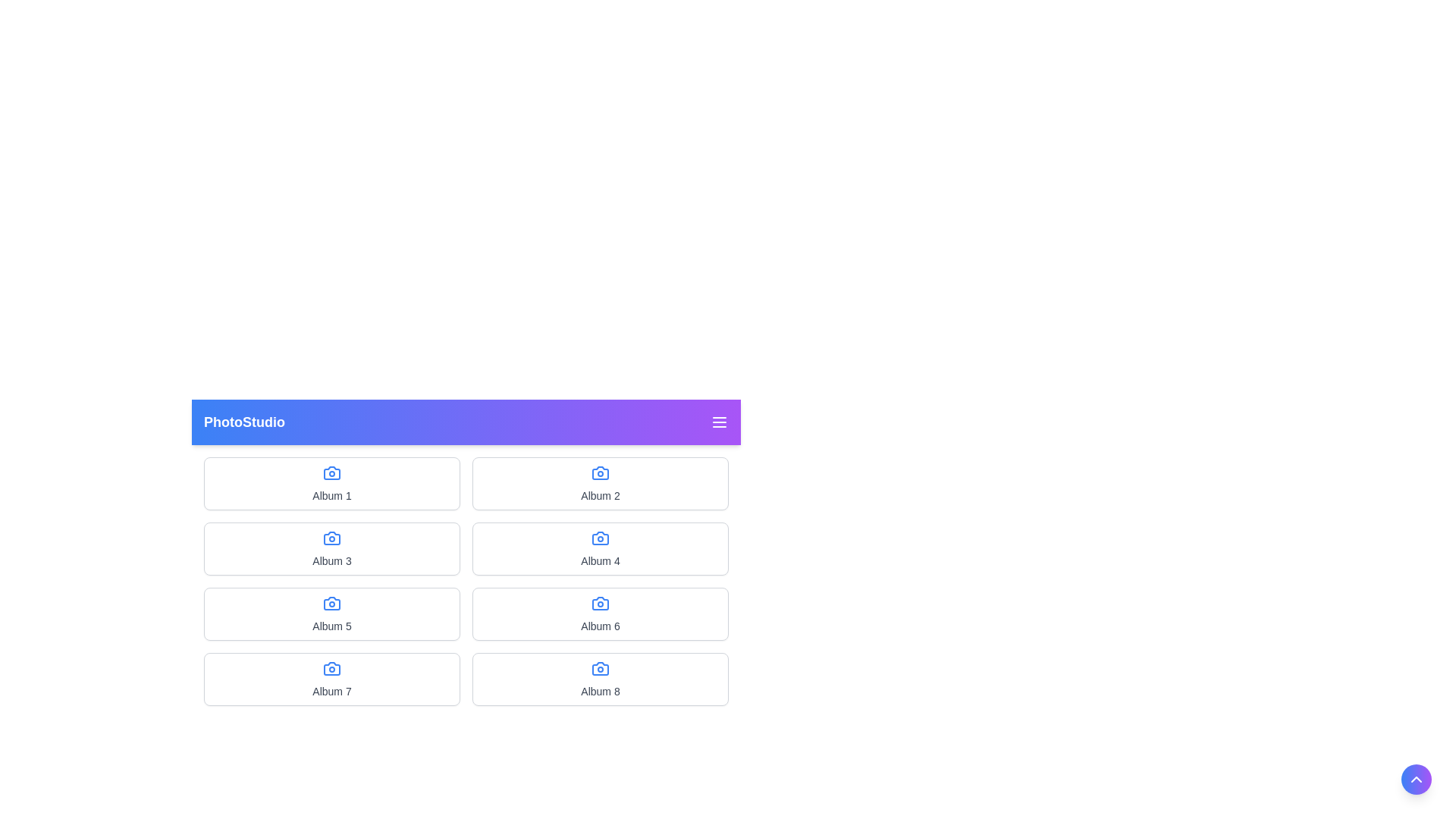 The height and width of the screenshot is (819, 1456). I want to click on the camera icon located at the top center of the card labeled 'Album 5', so click(331, 602).